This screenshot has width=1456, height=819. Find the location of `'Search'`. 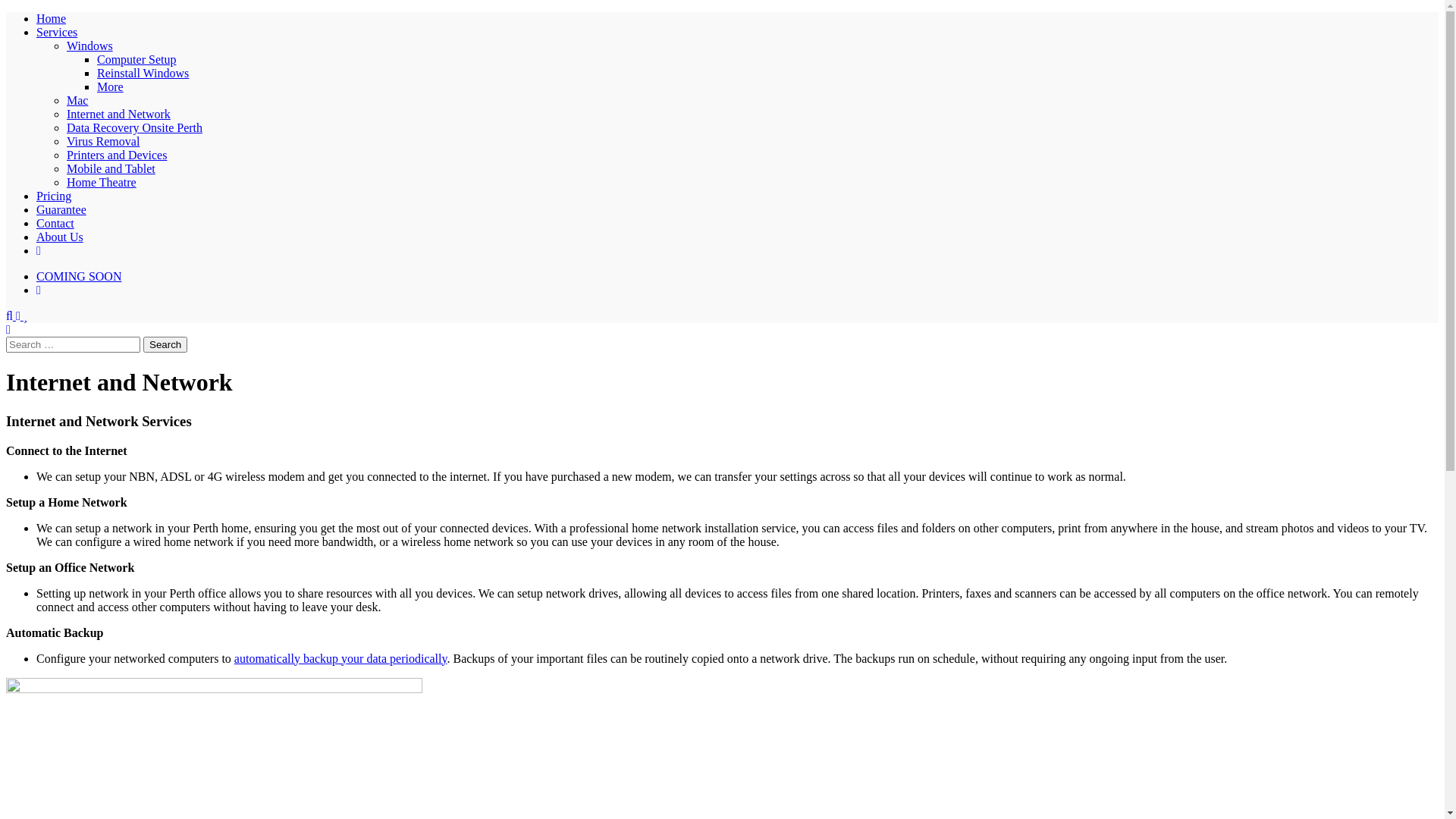

'Search' is located at coordinates (165, 344).